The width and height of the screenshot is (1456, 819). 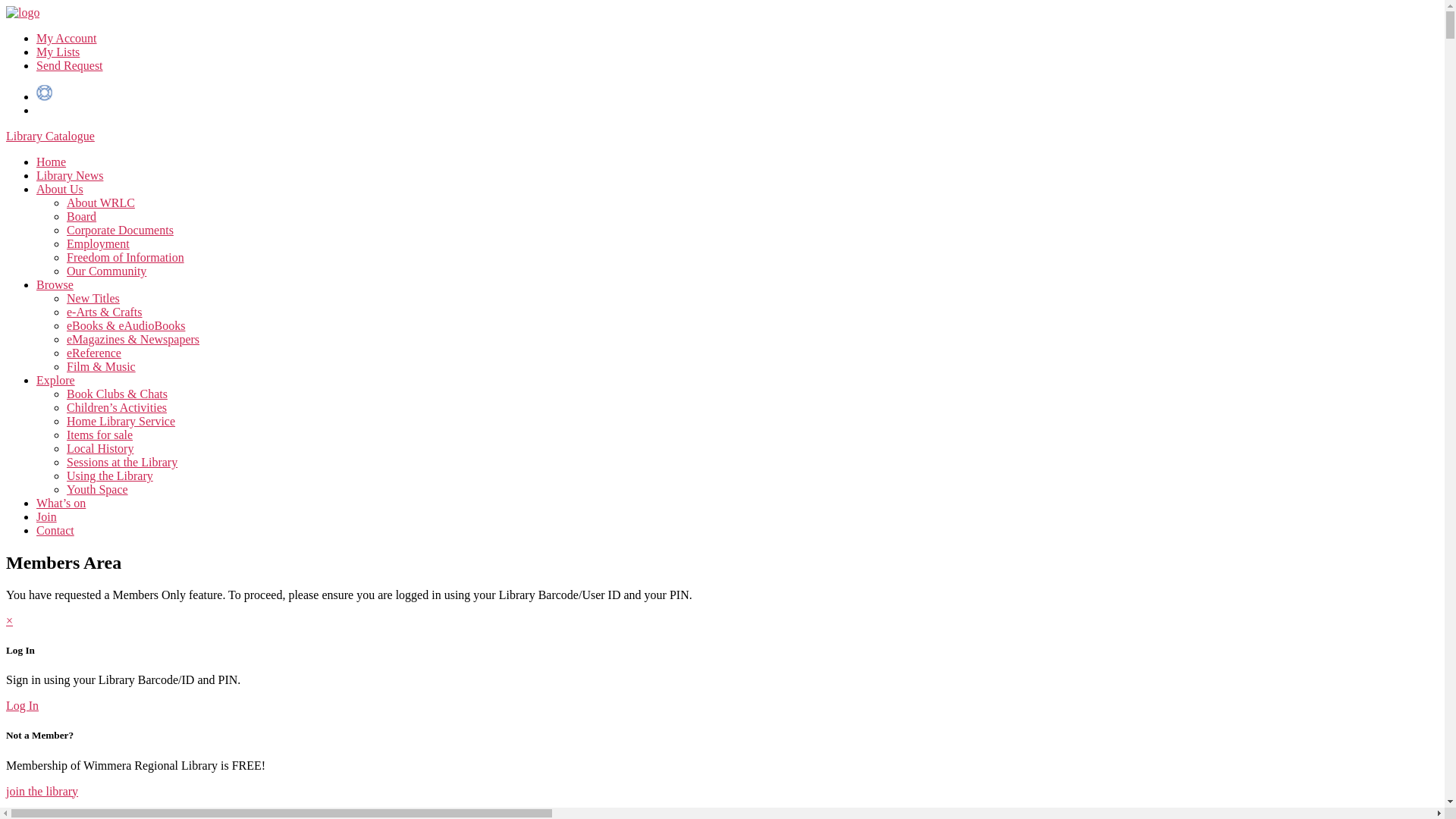 I want to click on 'Youth Space', so click(x=96, y=489).